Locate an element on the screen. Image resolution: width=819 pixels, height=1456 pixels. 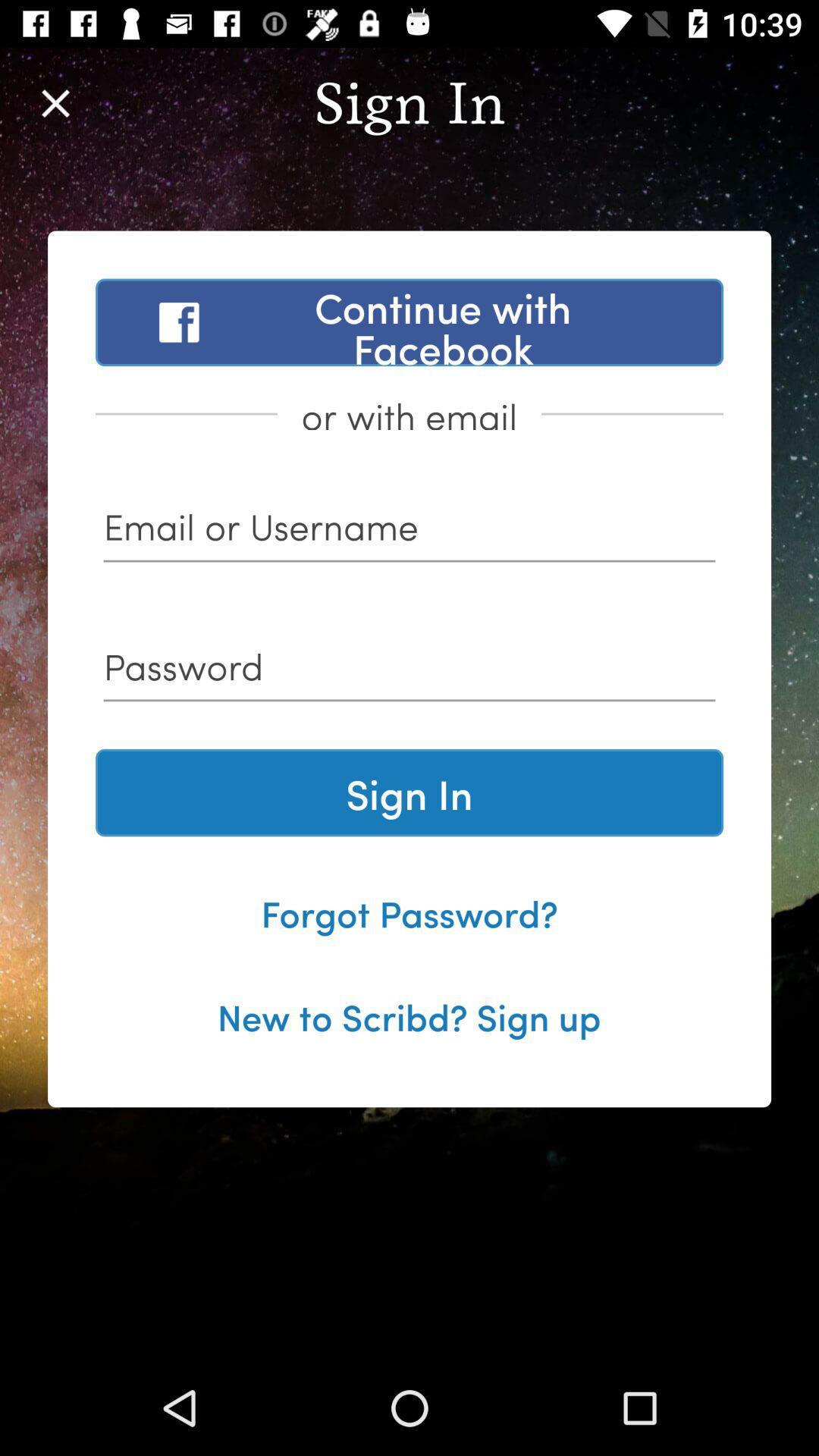
continue with facebook icon is located at coordinates (409, 322).